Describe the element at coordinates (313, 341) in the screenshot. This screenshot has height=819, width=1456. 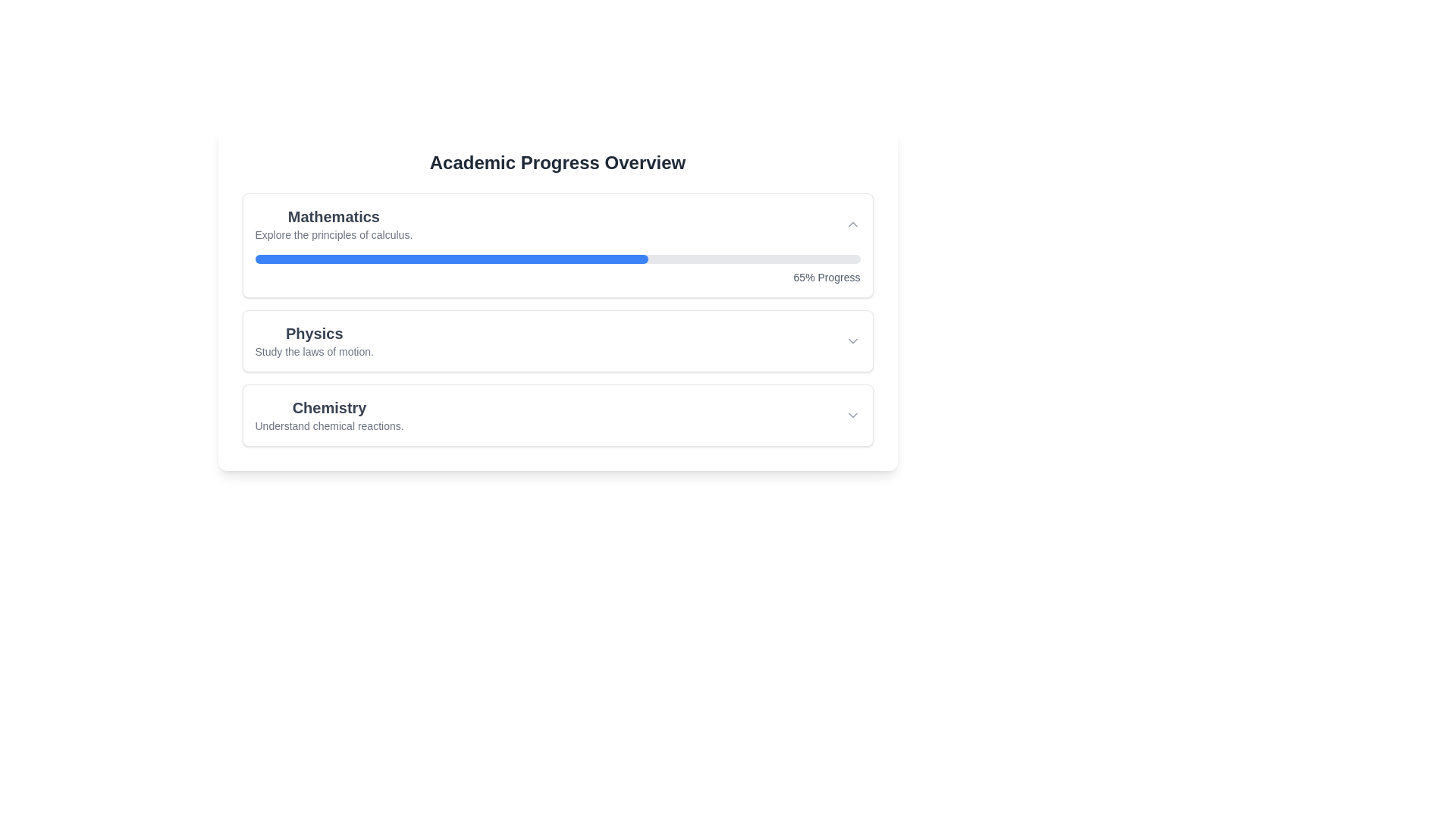
I see `the Text block titled 'Physics' which contains the subtitle 'Study the laws of motion.'` at that location.